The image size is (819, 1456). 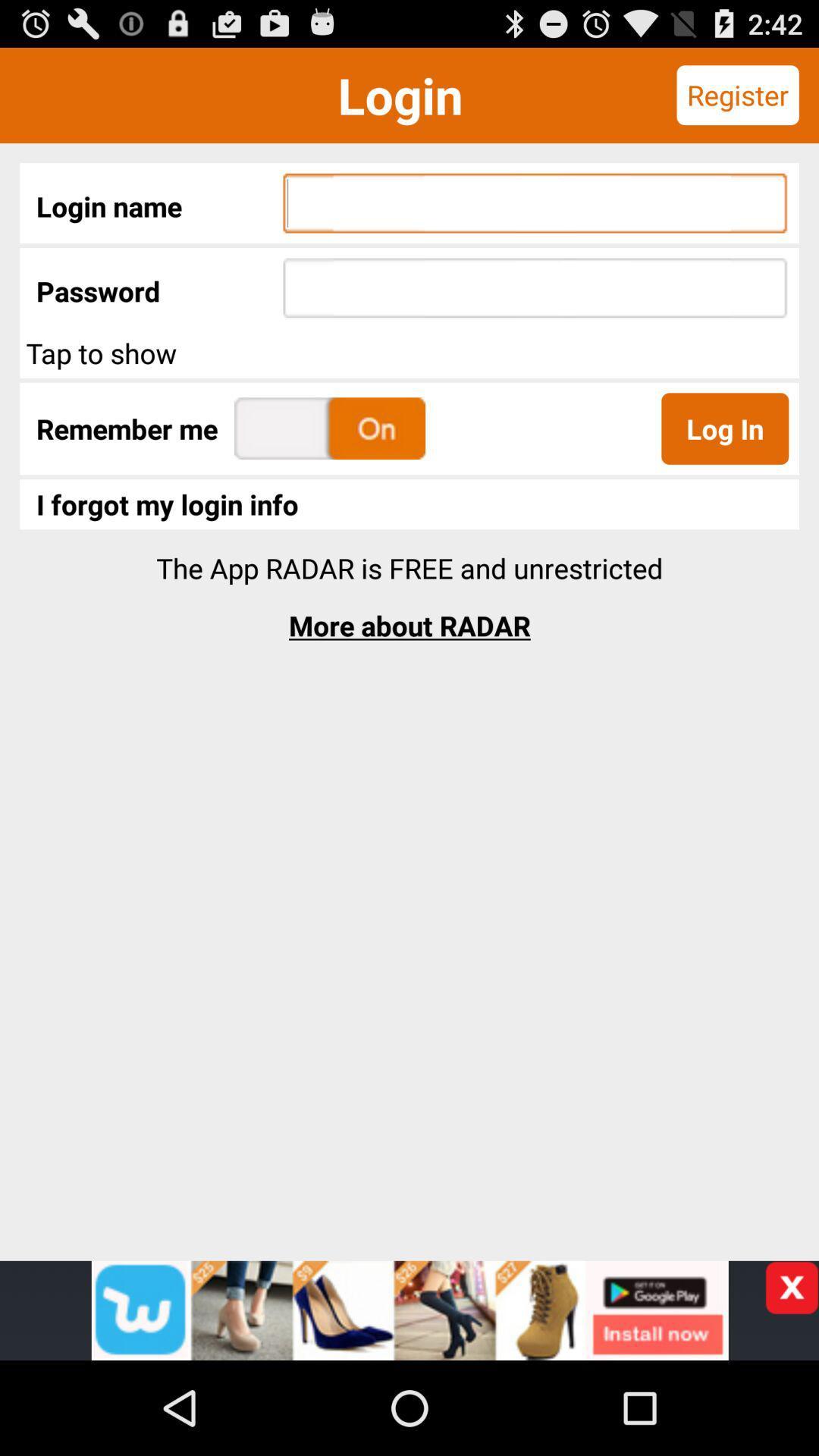 I want to click on username, so click(x=535, y=202).